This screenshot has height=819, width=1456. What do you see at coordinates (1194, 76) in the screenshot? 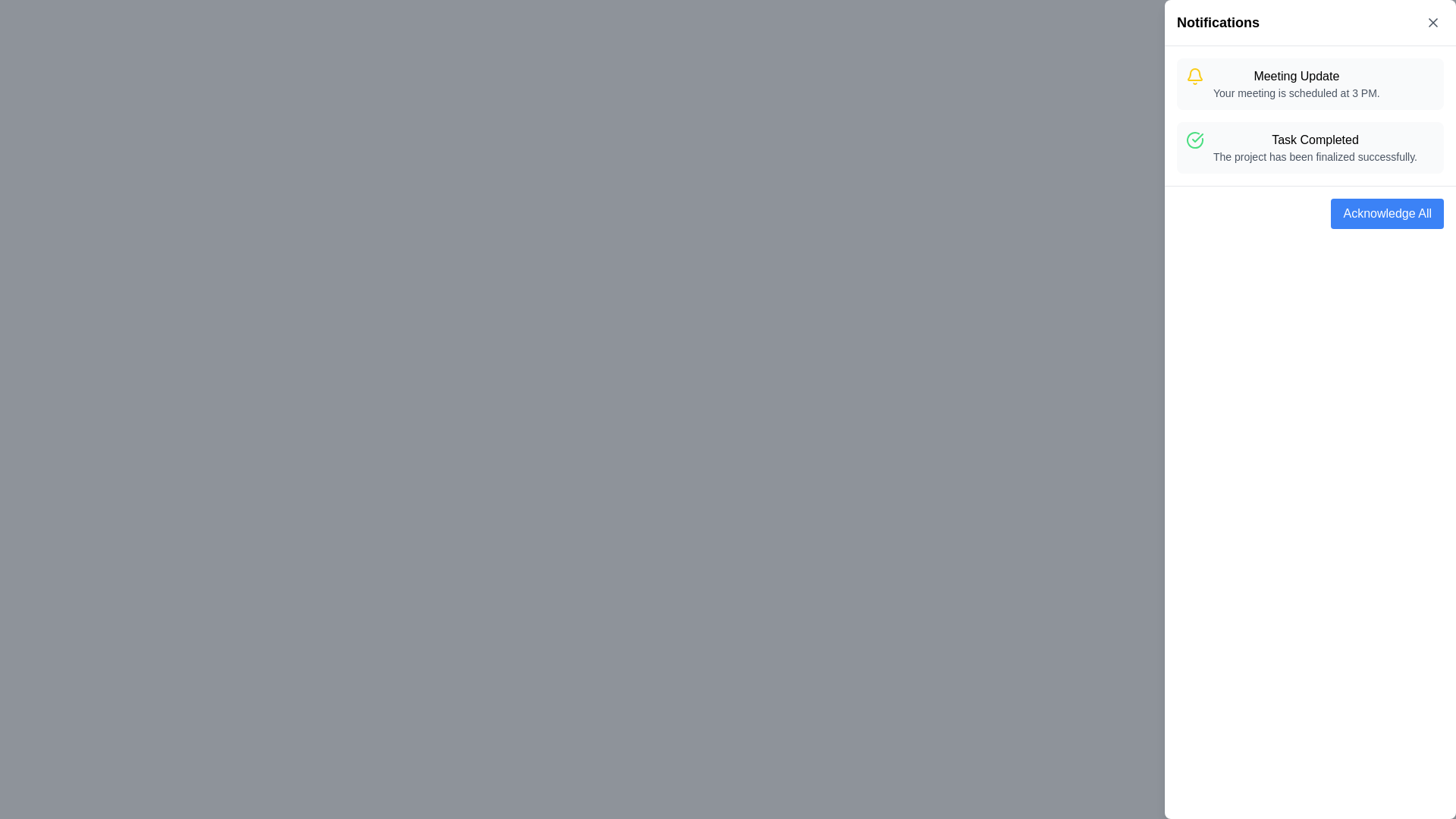
I see `the bell icon located at the top-left corner of the notification card titled 'Meeting Update' which indicates a notification related to a meeting update` at bounding box center [1194, 76].